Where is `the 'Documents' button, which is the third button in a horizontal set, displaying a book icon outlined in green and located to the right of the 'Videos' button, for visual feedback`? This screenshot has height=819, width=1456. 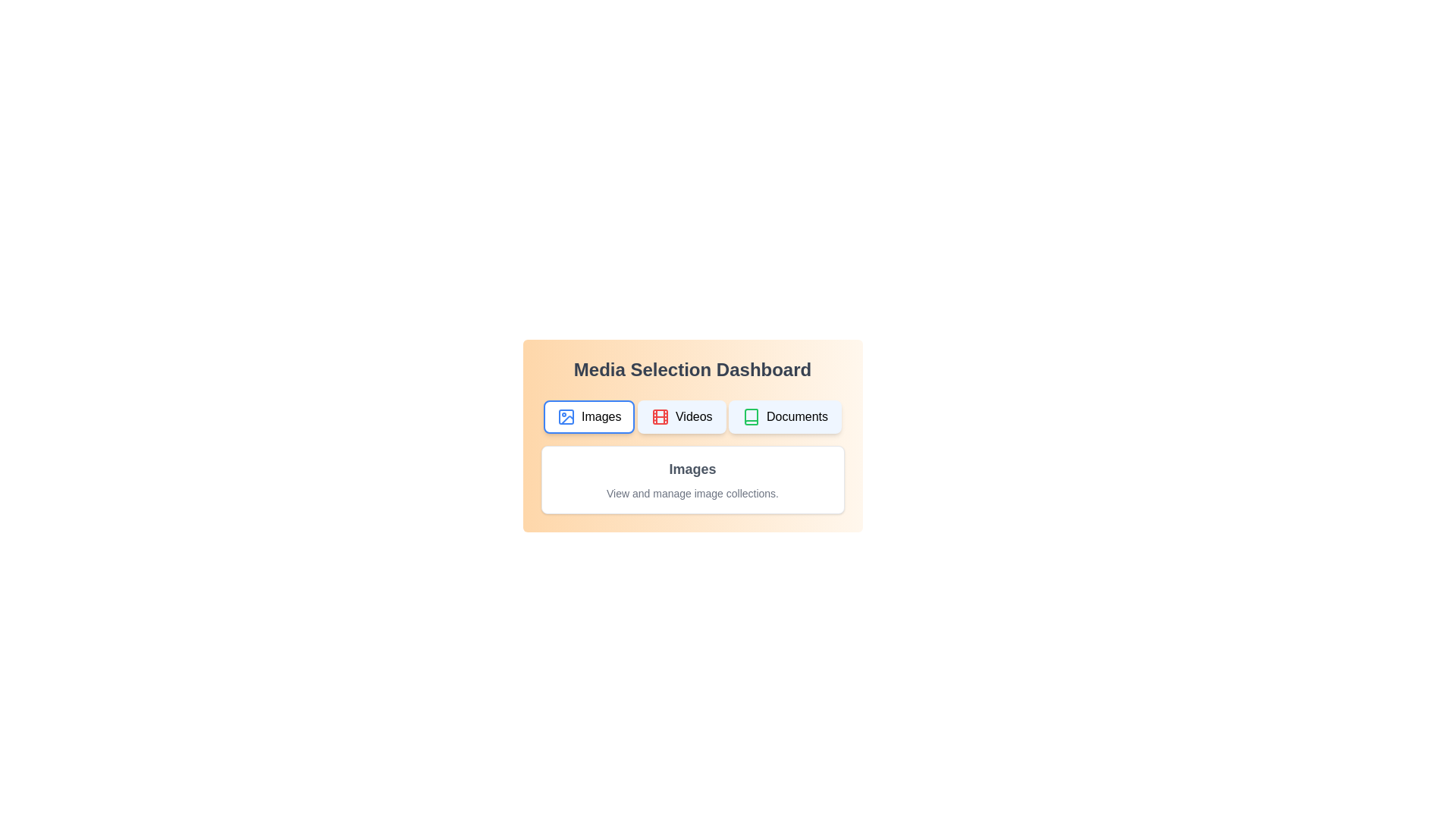
the 'Documents' button, which is the third button in a horizontal set, displaying a book icon outlined in green and located to the right of the 'Videos' button, for visual feedback is located at coordinates (785, 417).